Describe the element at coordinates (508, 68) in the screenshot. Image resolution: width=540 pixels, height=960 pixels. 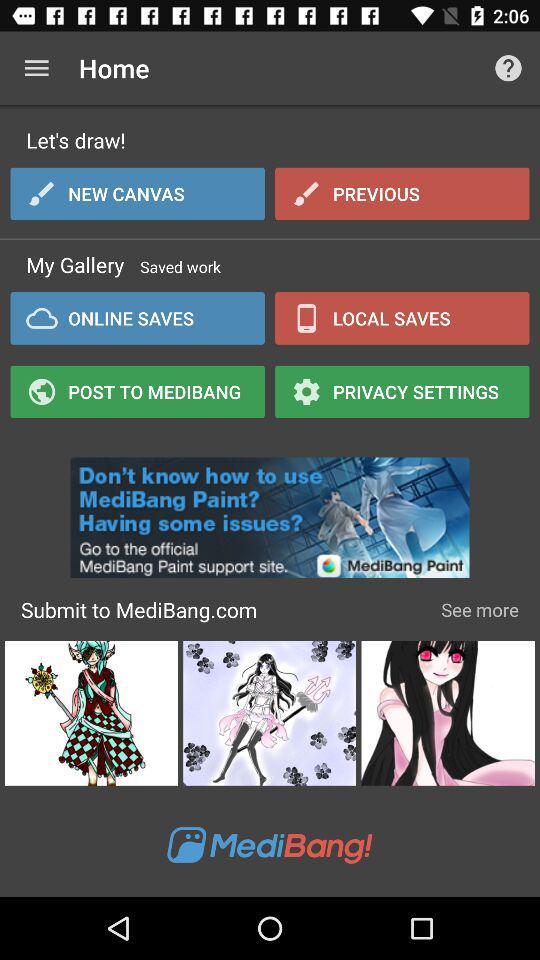
I see `the icon next to the home item` at that location.